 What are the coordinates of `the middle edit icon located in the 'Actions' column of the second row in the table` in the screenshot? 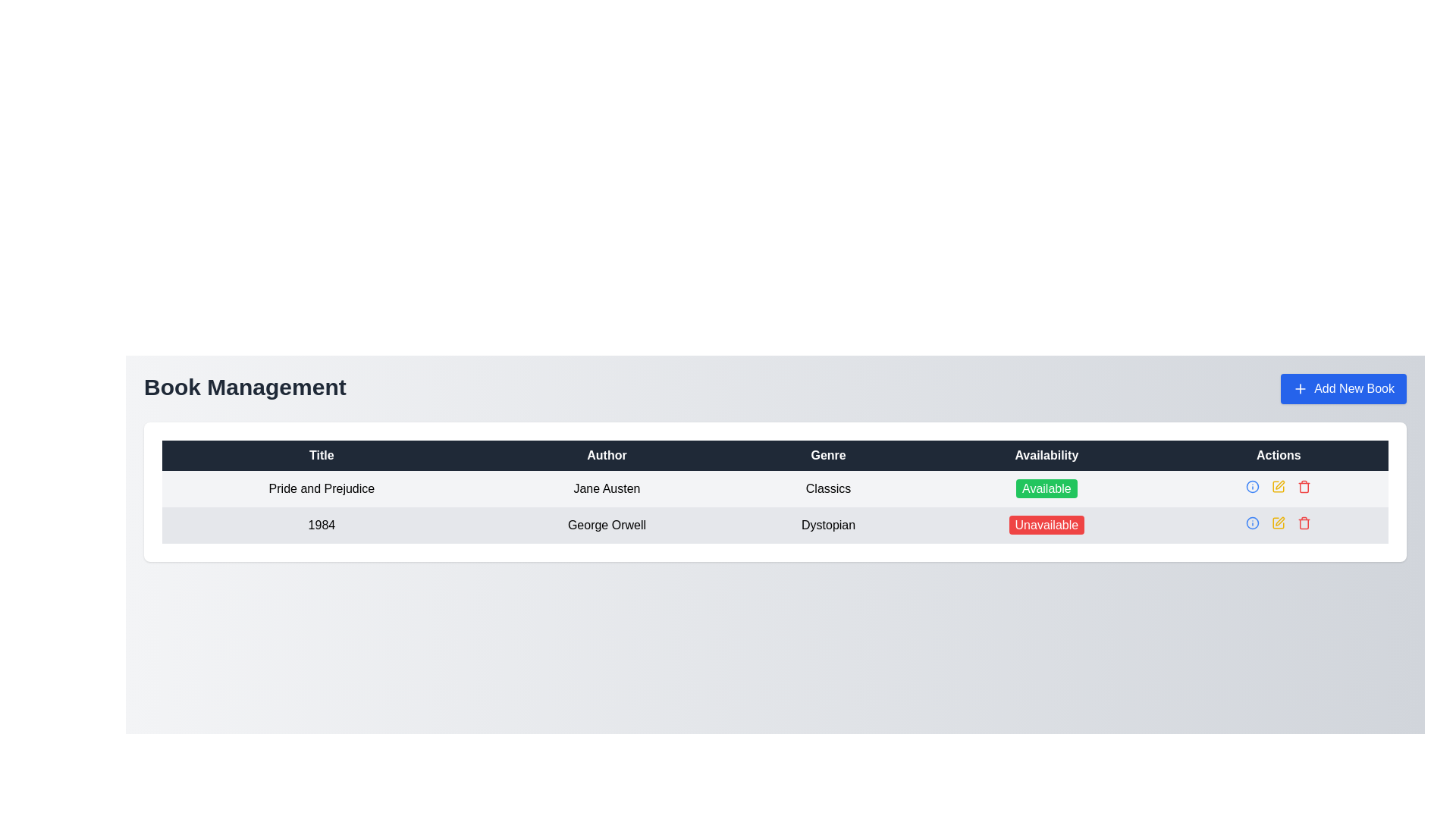 It's located at (1279, 520).